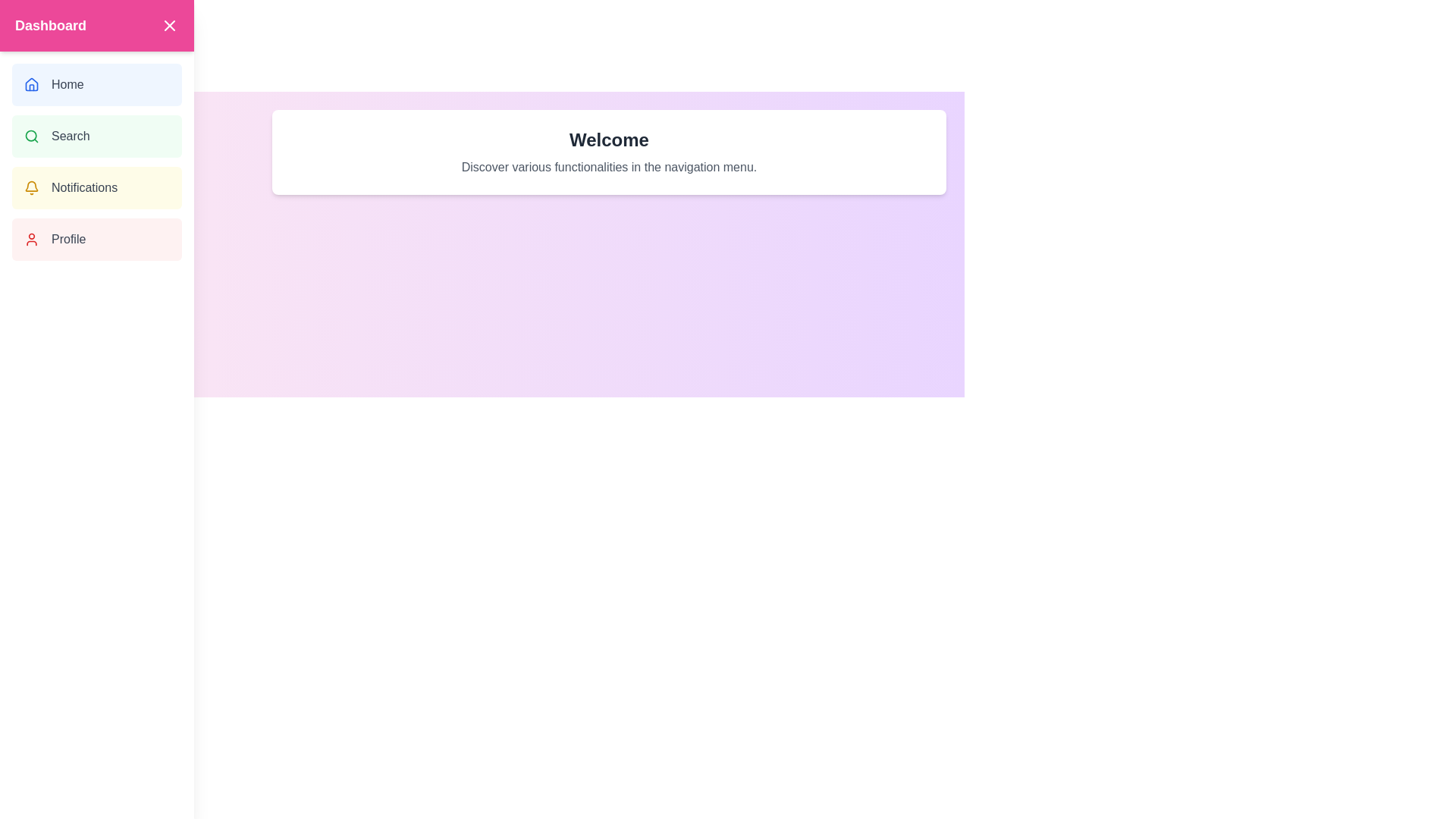 Image resolution: width=1456 pixels, height=819 pixels. What do you see at coordinates (170, 26) in the screenshot?
I see `the decorative 'X' symbol within the interactive icon located in the navigation bar at the top left of the application, specifically at the top of the pink section labeled 'Dashboard'` at bounding box center [170, 26].